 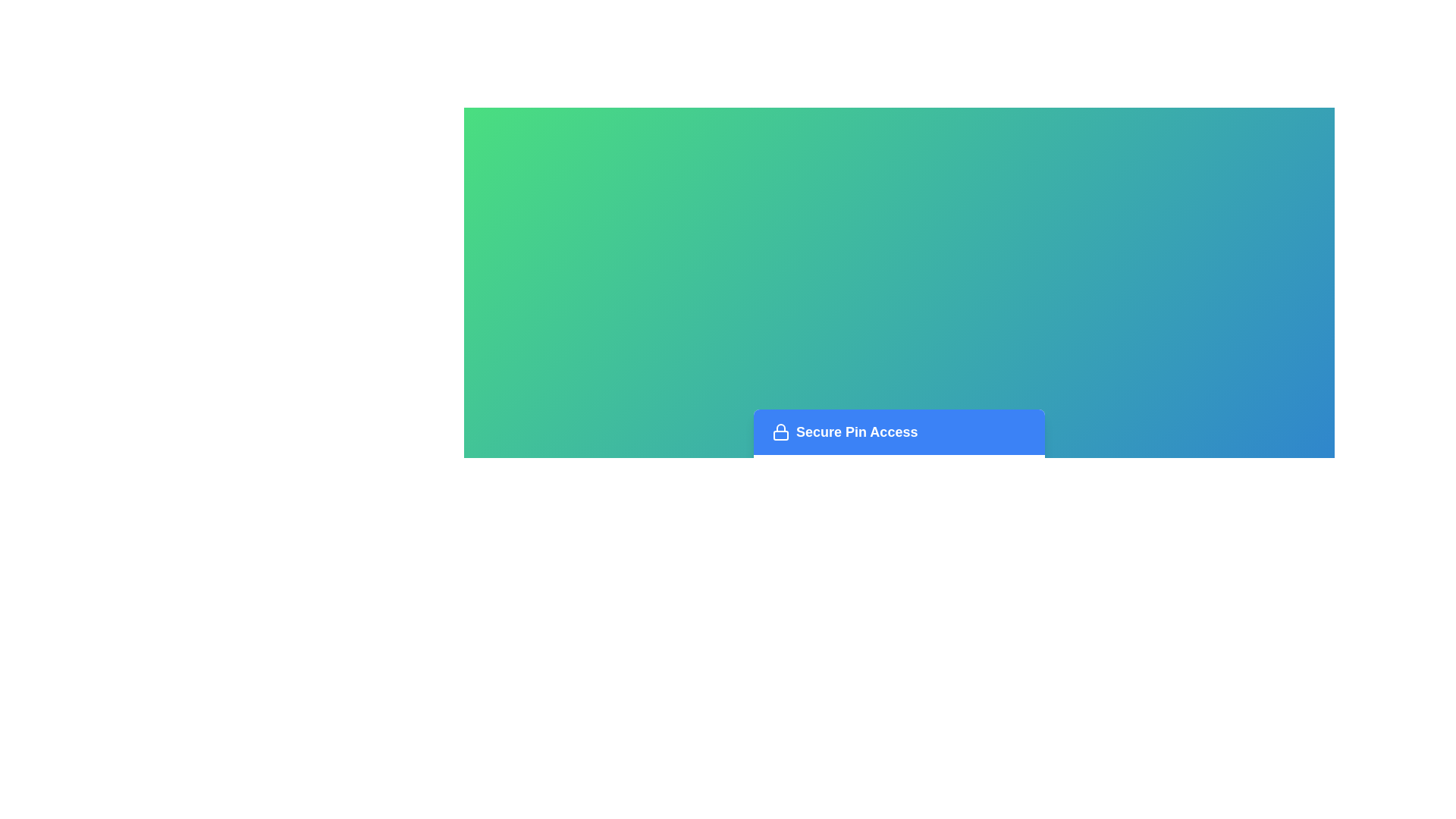 What do you see at coordinates (781, 435) in the screenshot?
I see `the bottom rectangular part of the lock icon, which is part of the security feature, located next to the 'Secure Pin Access' label` at bounding box center [781, 435].